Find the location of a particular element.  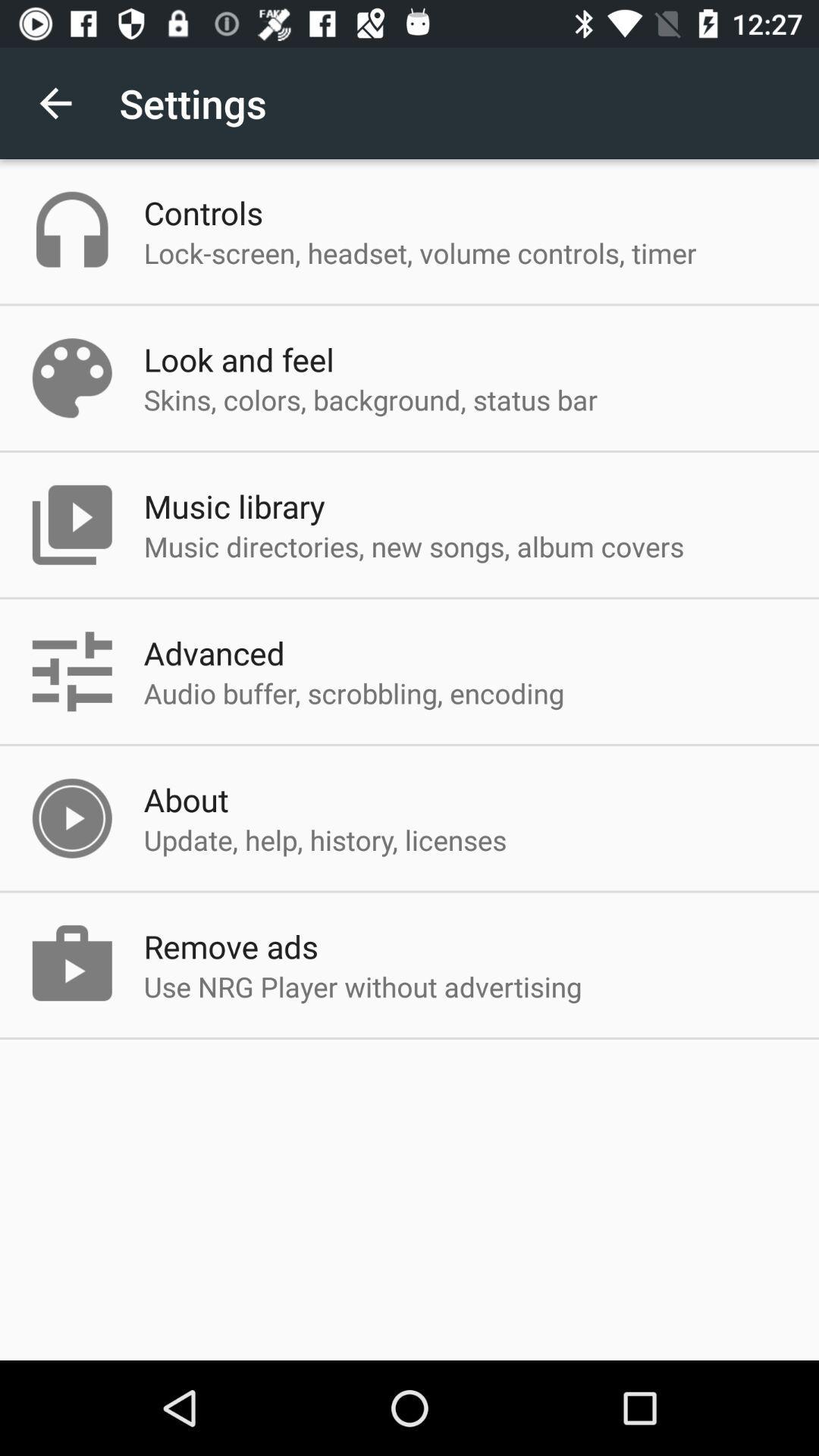

app above the advanced is located at coordinates (414, 546).